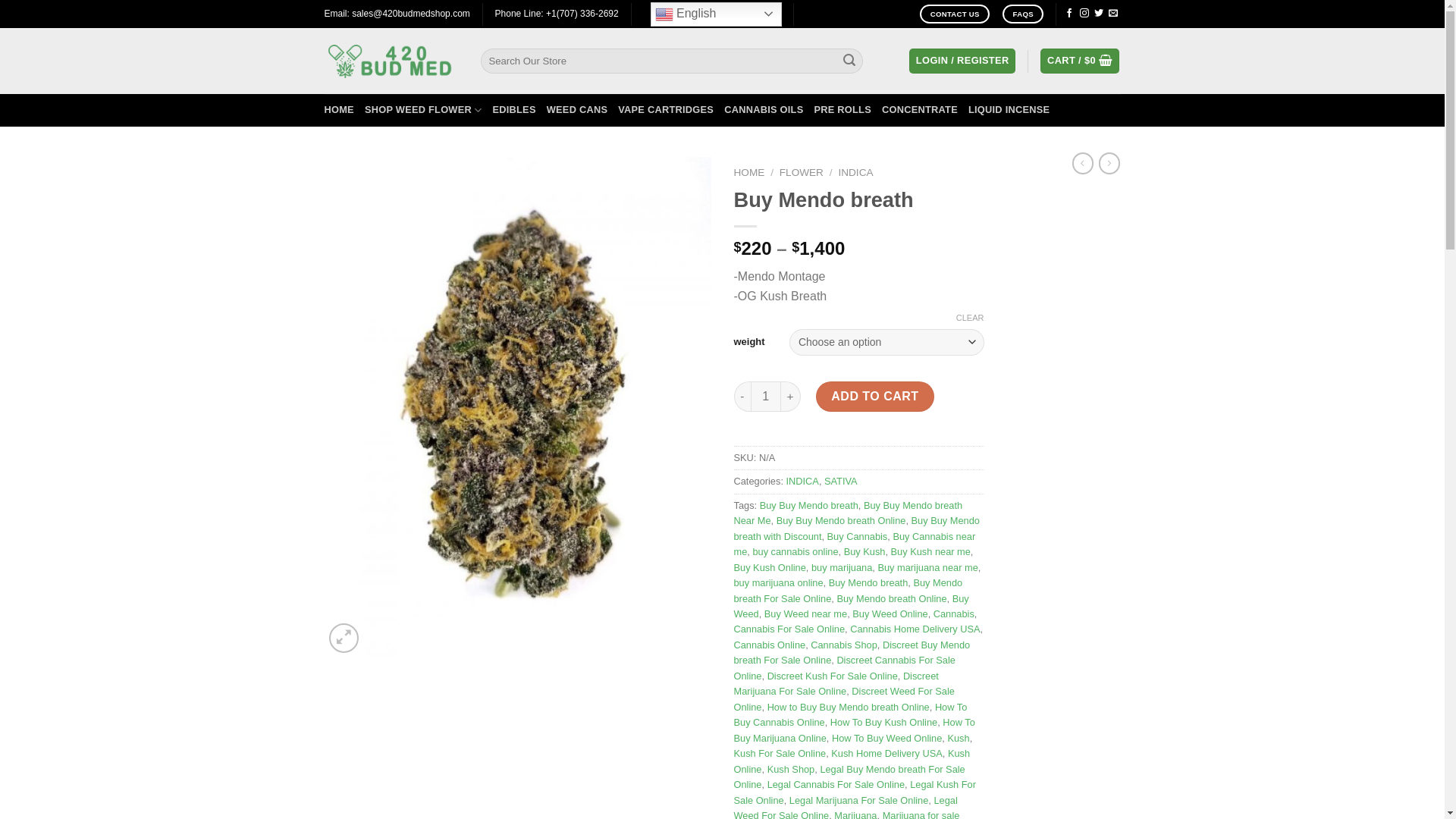 Image resolution: width=1456 pixels, height=819 pixels. I want to click on 'VAPE CARTRIDGES', so click(618, 109).